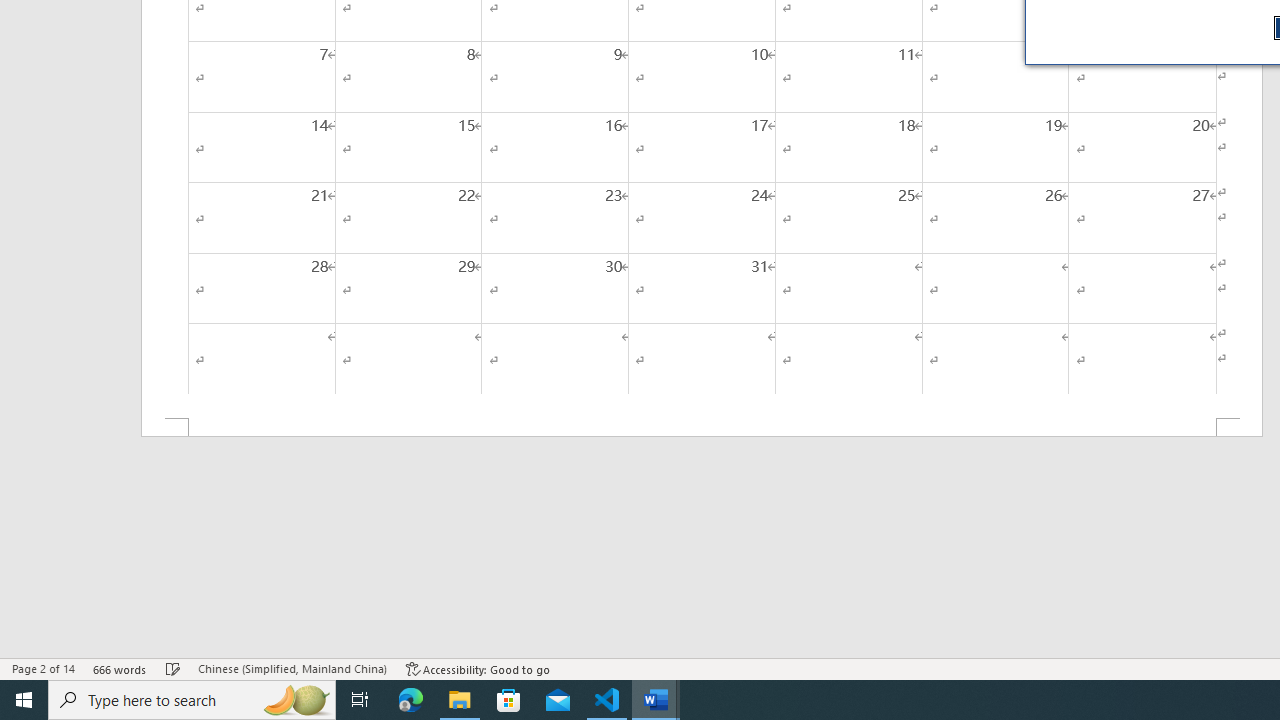 Image resolution: width=1280 pixels, height=720 pixels. Describe the element at coordinates (477, 669) in the screenshot. I see `'Accessibility Checker Accessibility: Good to go'` at that location.